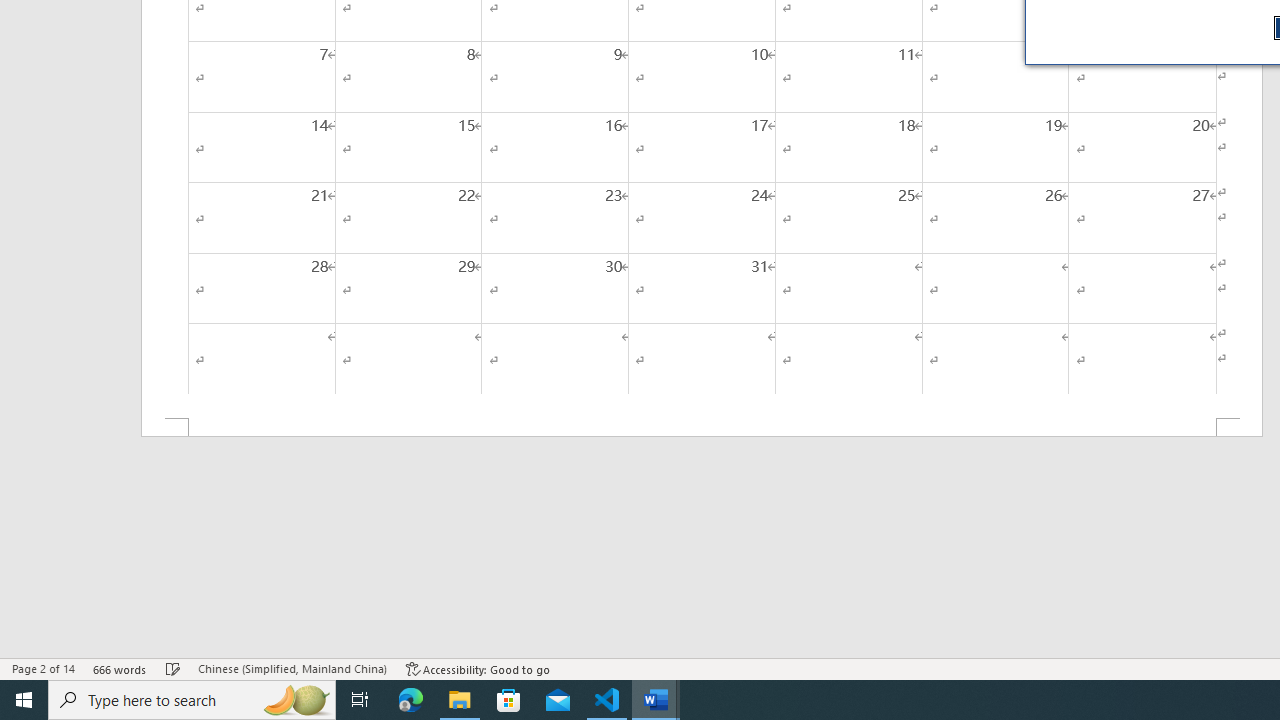 Image resolution: width=1280 pixels, height=720 pixels. Describe the element at coordinates (477, 669) in the screenshot. I see `'Accessibility Checker Accessibility: Good to go'` at that location.